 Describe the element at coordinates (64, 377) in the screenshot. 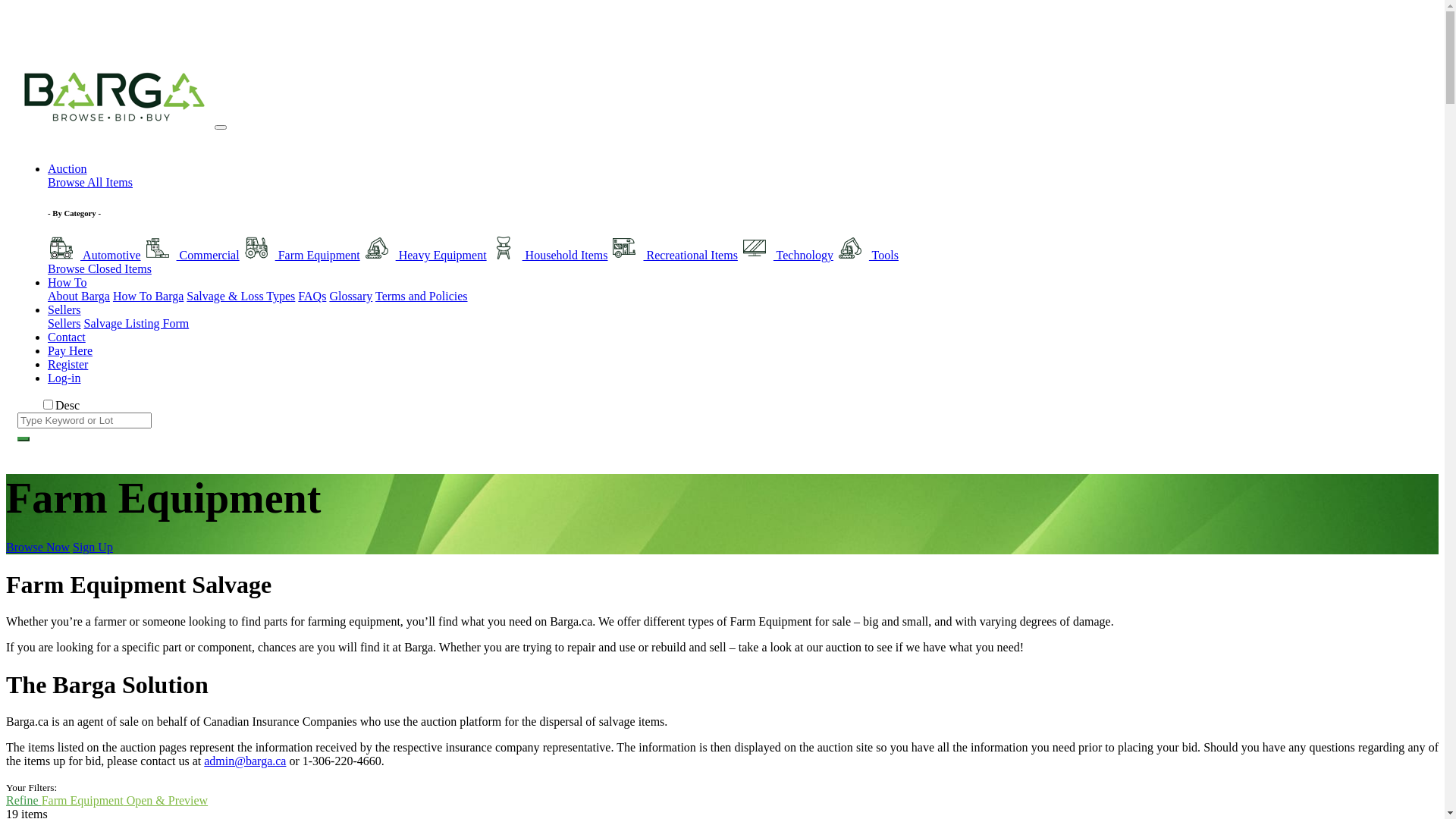

I see `'Log-in'` at that location.